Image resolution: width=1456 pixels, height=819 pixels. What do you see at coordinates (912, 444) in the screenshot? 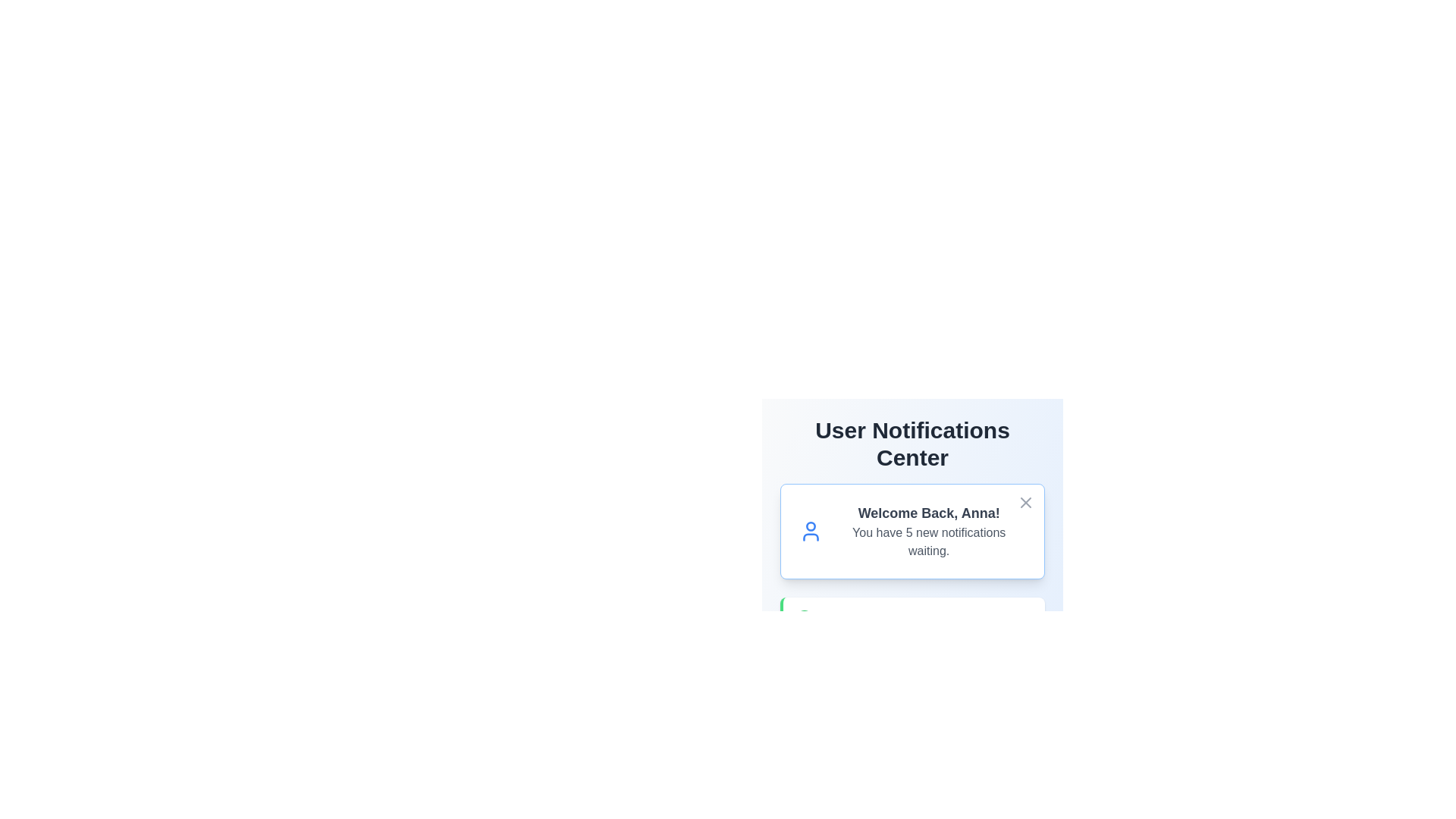
I see `the heading element that reads 'User Notifications Center', which is styled prominently in a large, bold font and is positioned above other content` at bounding box center [912, 444].